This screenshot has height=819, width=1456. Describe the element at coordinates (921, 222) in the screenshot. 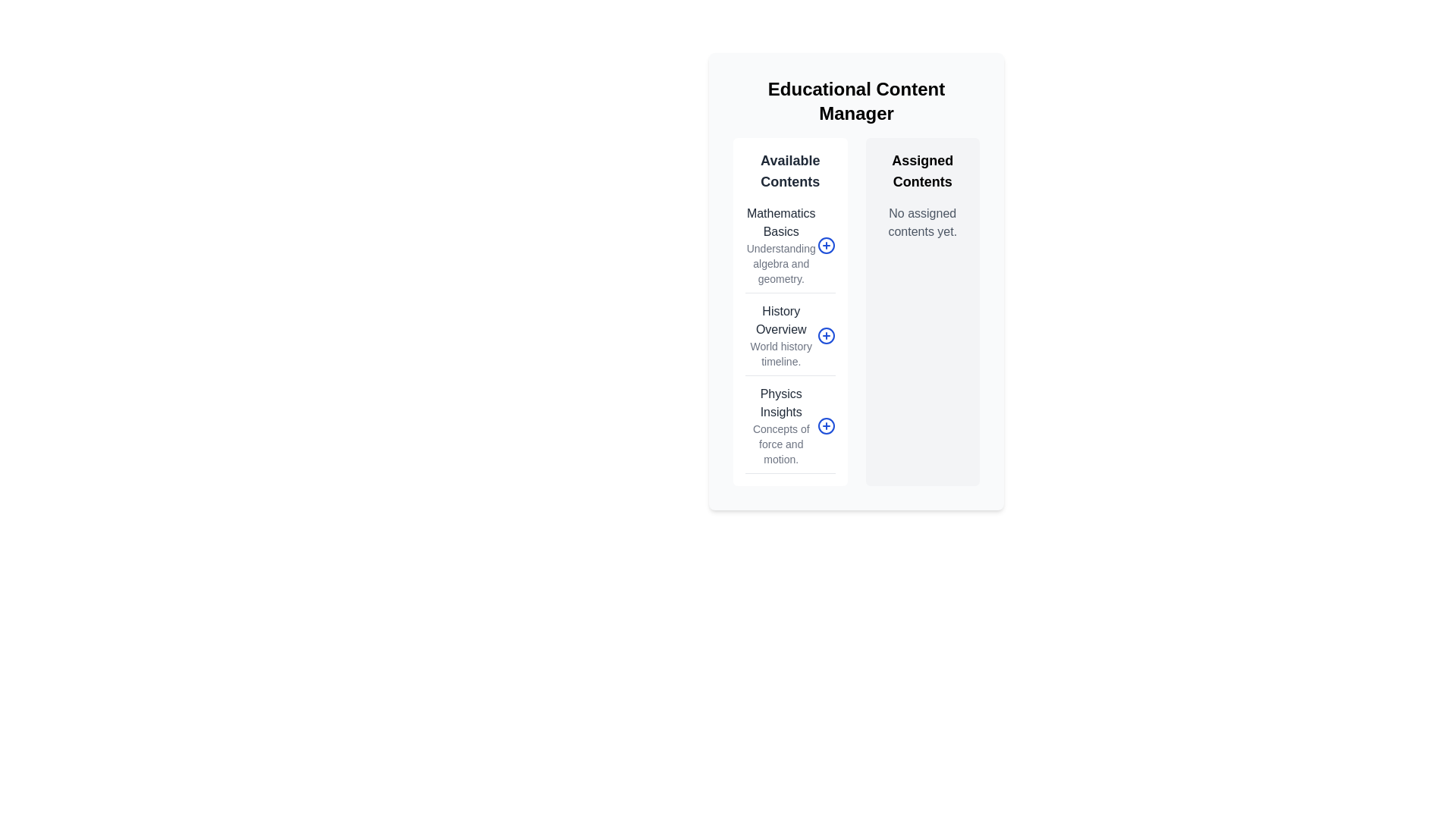

I see `the static text label indicating that no items have currently been assigned, located below the title 'Assigned Contents' and centered horizontally in its bounding box` at that location.